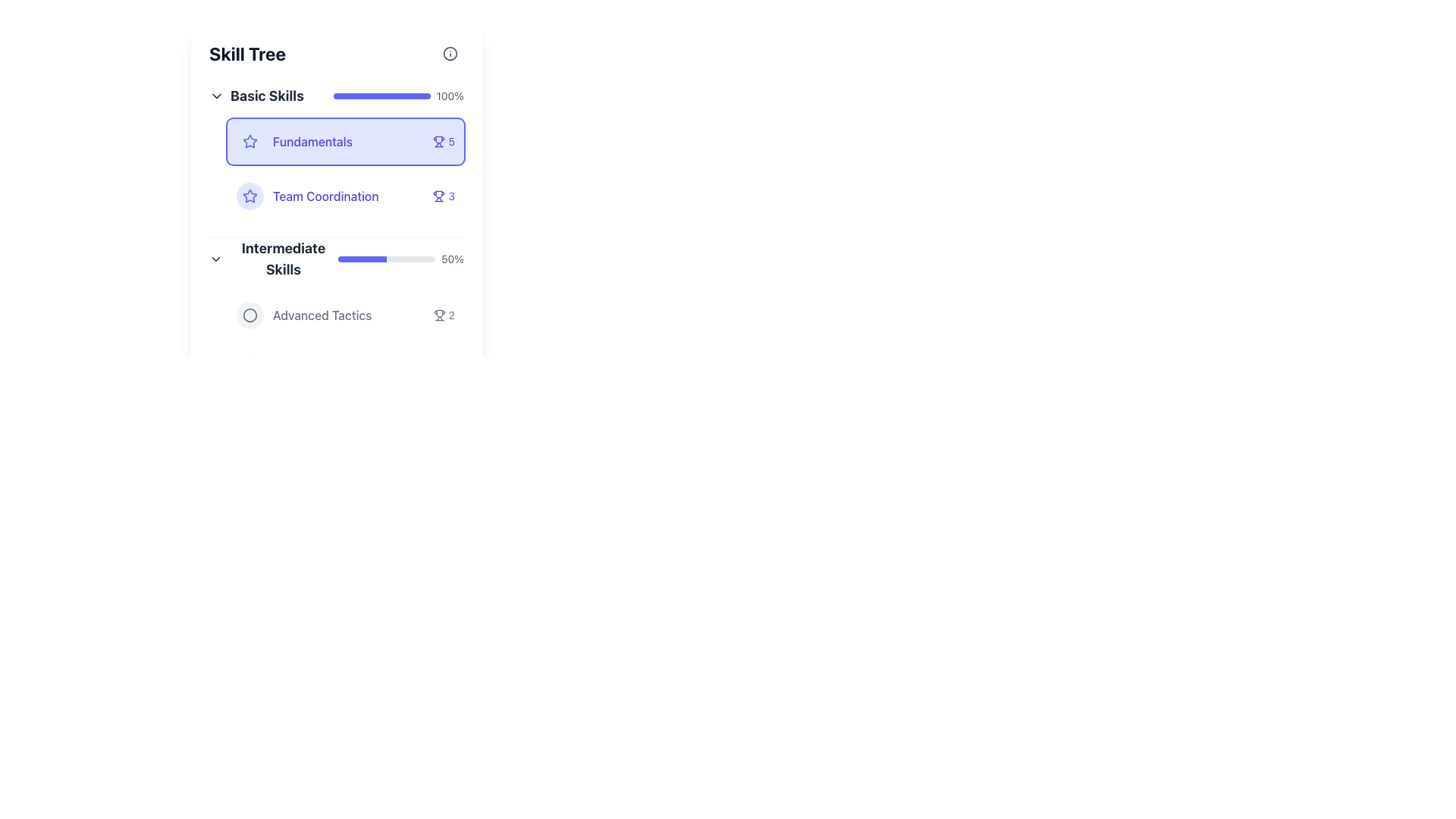 This screenshot has height=819, width=1456. I want to click on static text displaying '100%' that is styled in a small gray font and positioned to the right of the progress bar labeled 'Basic Skills', so click(449, 96).